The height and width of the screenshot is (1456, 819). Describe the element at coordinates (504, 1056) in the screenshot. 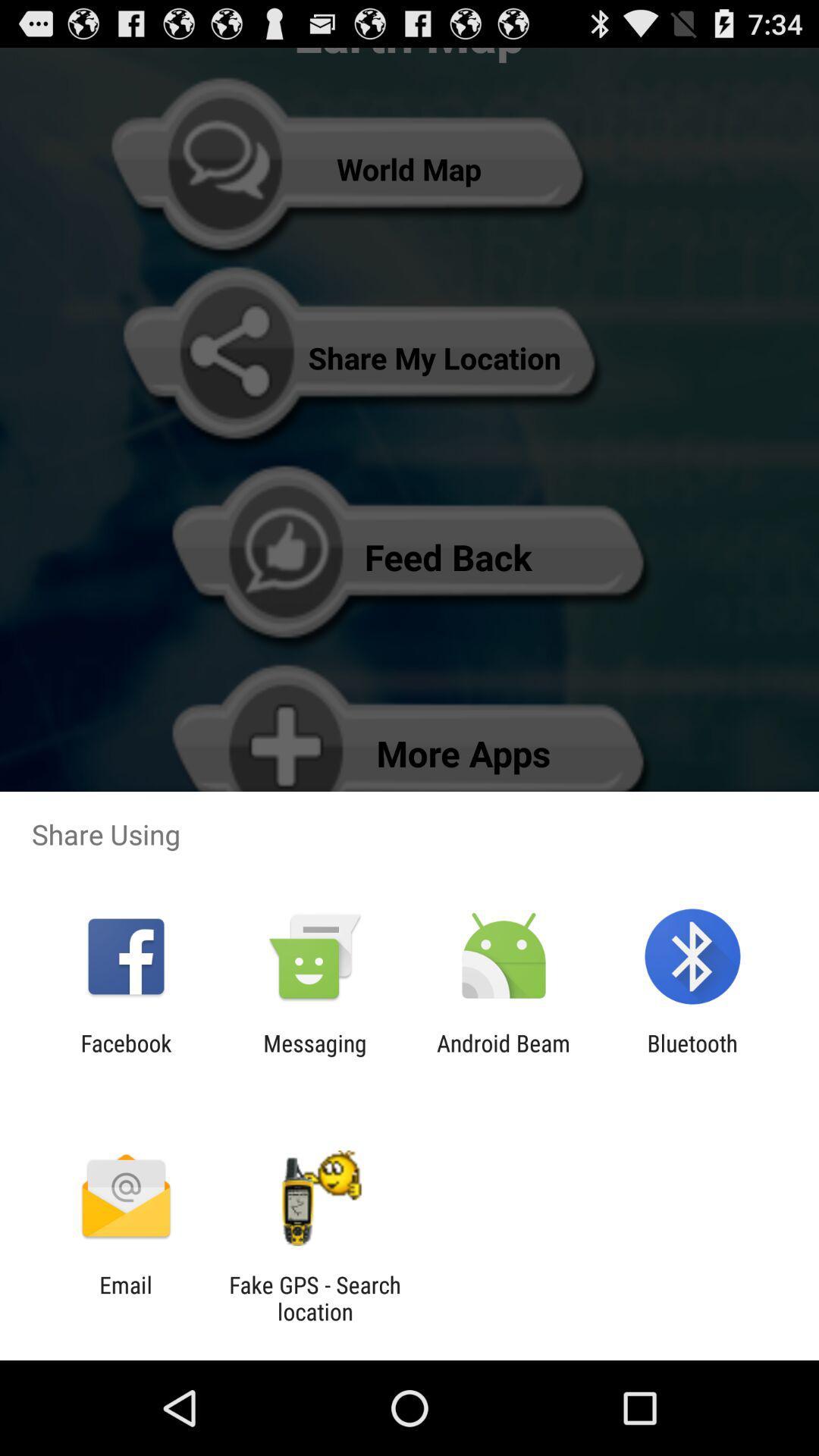

I see `the icon to the right of the messaging` at that location.